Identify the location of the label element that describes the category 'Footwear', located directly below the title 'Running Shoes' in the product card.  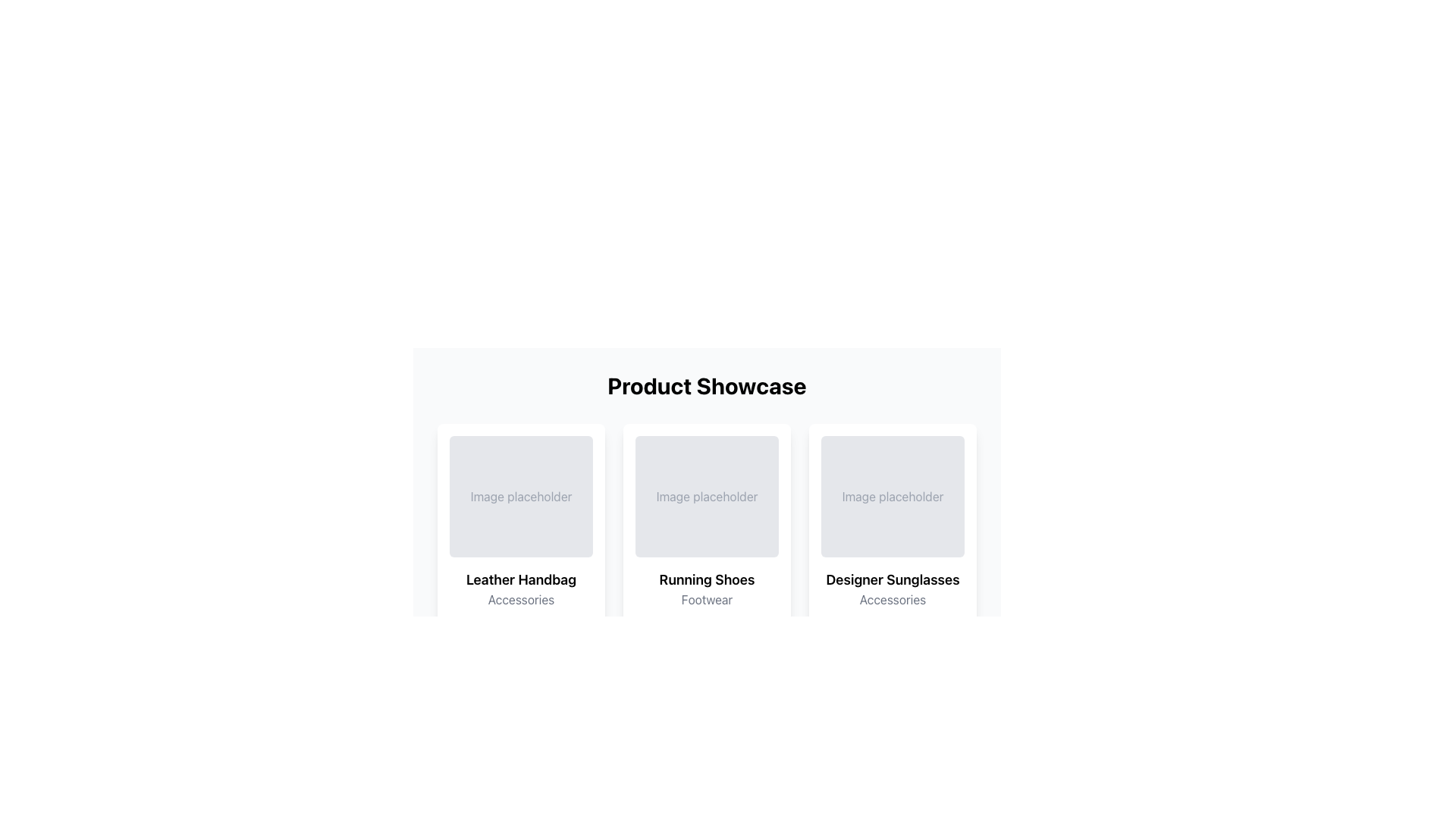
(706, 598).